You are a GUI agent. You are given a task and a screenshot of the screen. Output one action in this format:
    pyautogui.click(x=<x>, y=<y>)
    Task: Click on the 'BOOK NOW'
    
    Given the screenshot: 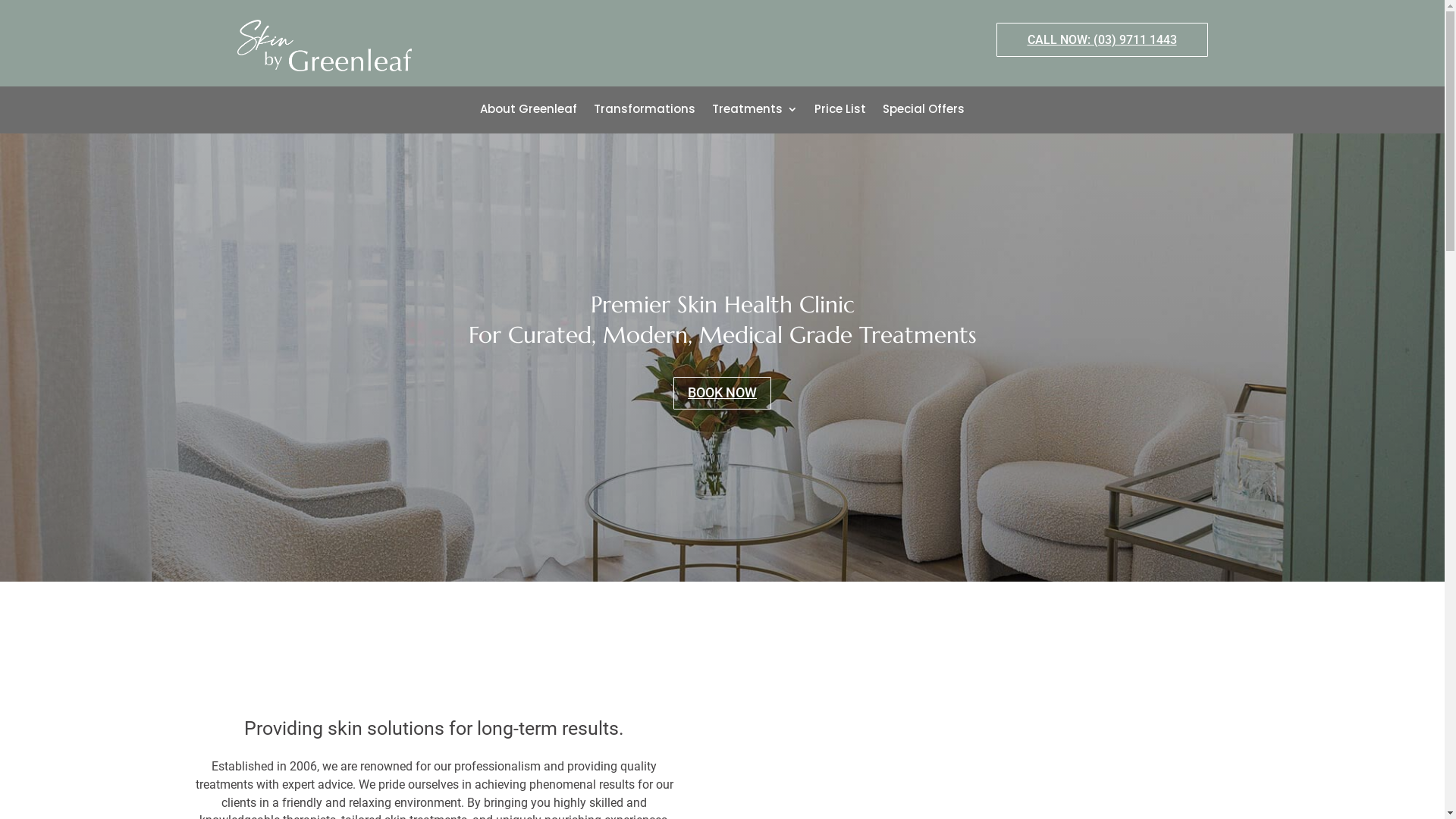 What is the action you would take?
    pyautogui.click(x=721, y=392)
    